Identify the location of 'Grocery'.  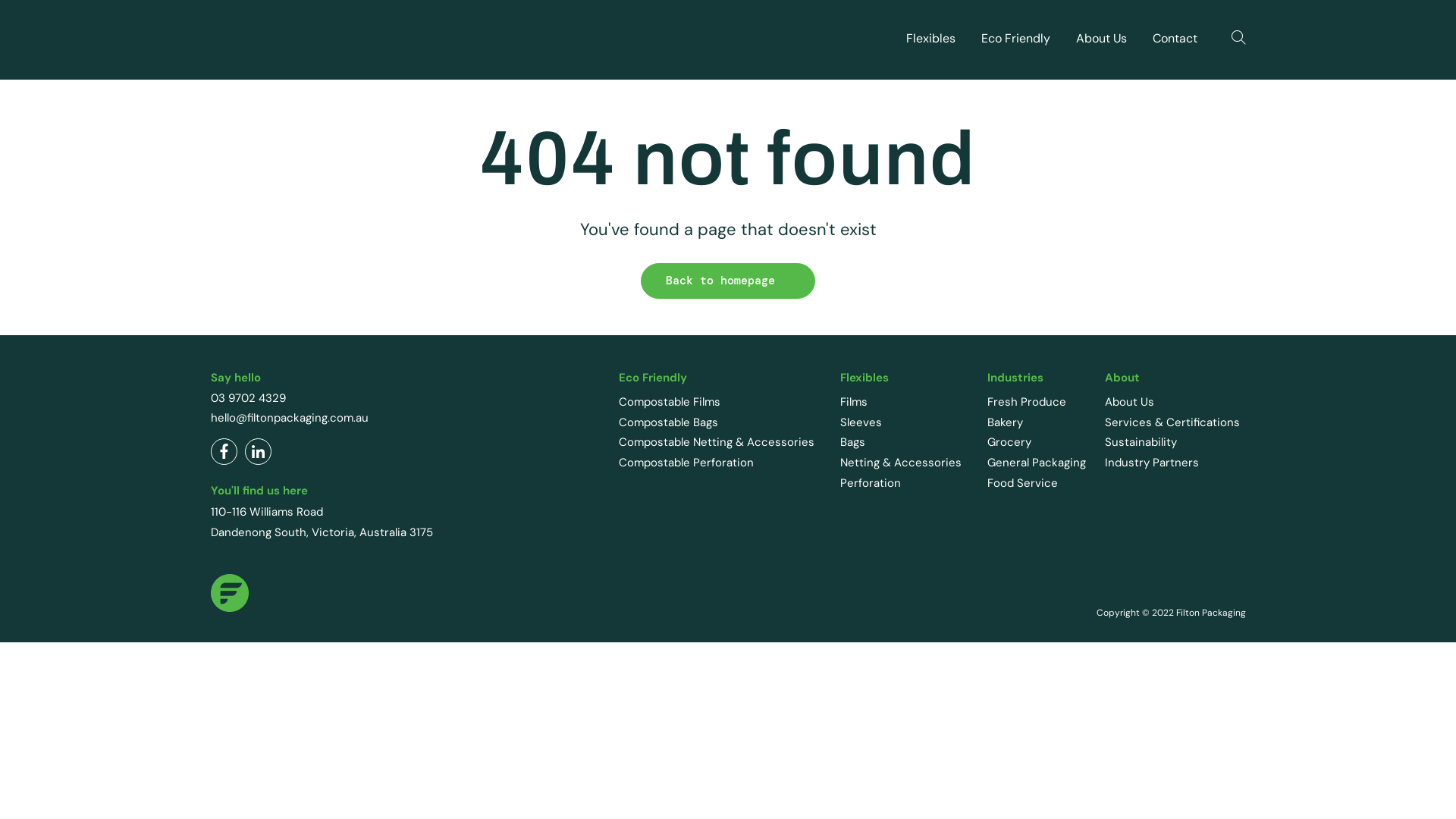
(1009, 441).